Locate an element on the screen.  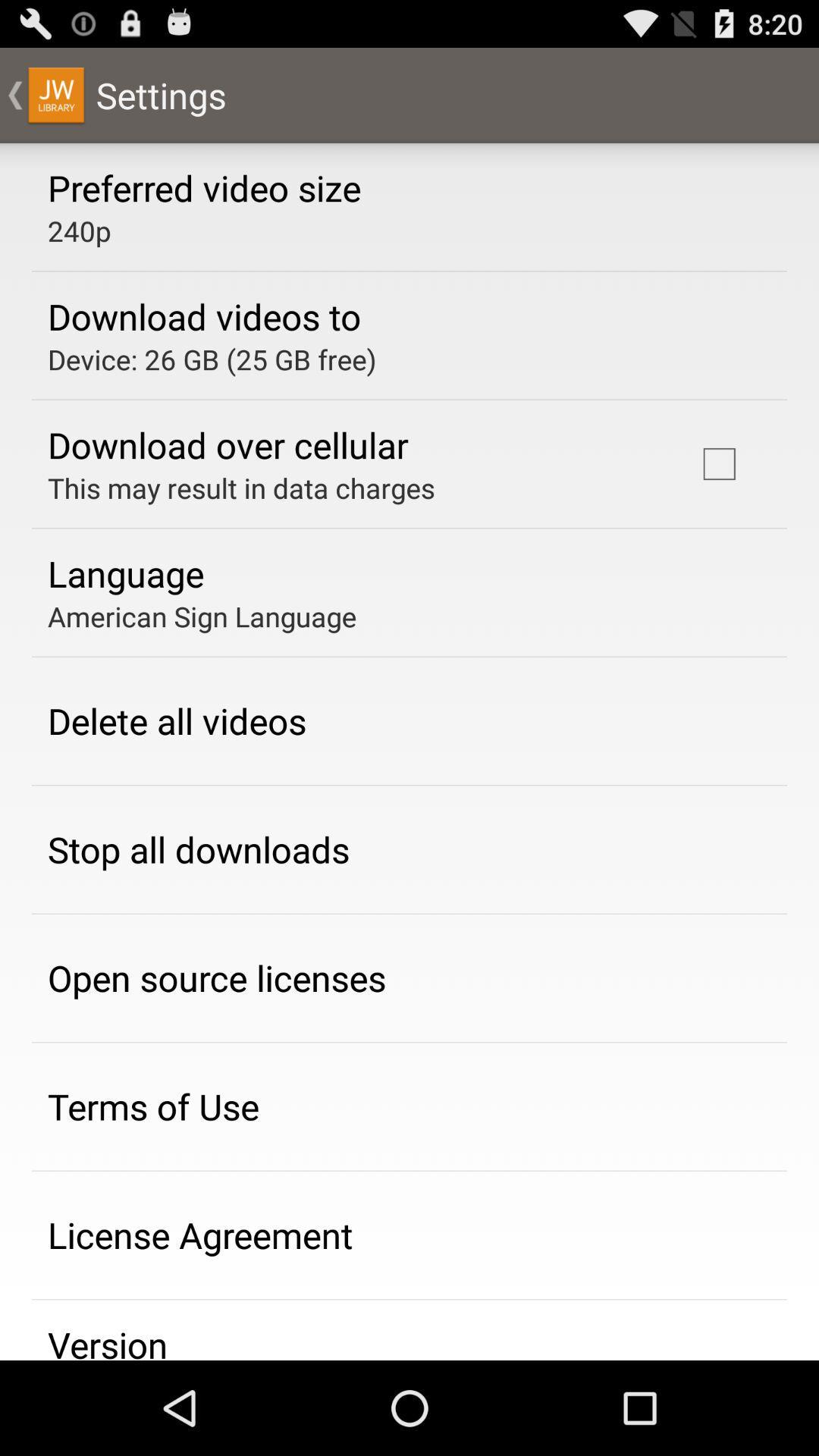
the stop all downloads item is located at coordinates (198, 849).